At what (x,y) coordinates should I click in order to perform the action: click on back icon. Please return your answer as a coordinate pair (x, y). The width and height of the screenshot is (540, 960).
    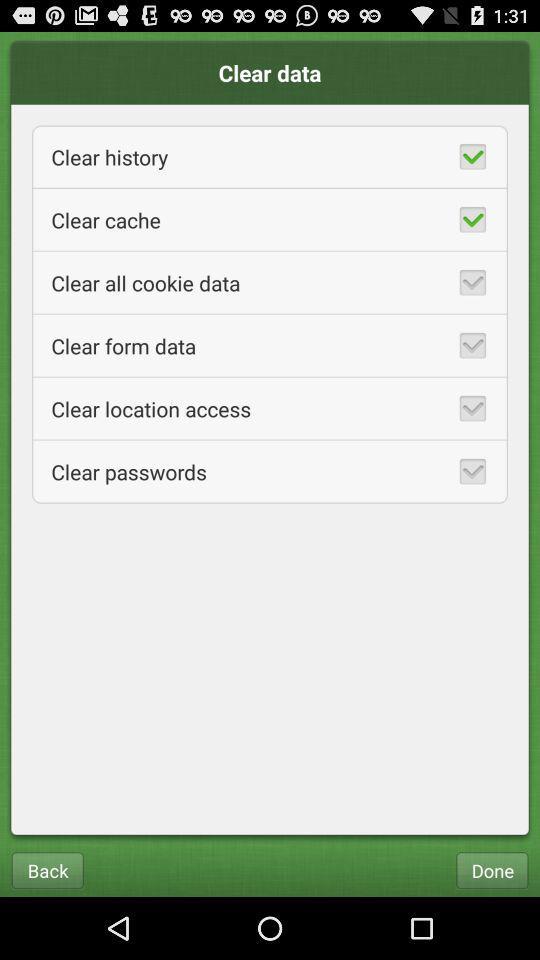
    Looking at the image, I should click on (47, 869).